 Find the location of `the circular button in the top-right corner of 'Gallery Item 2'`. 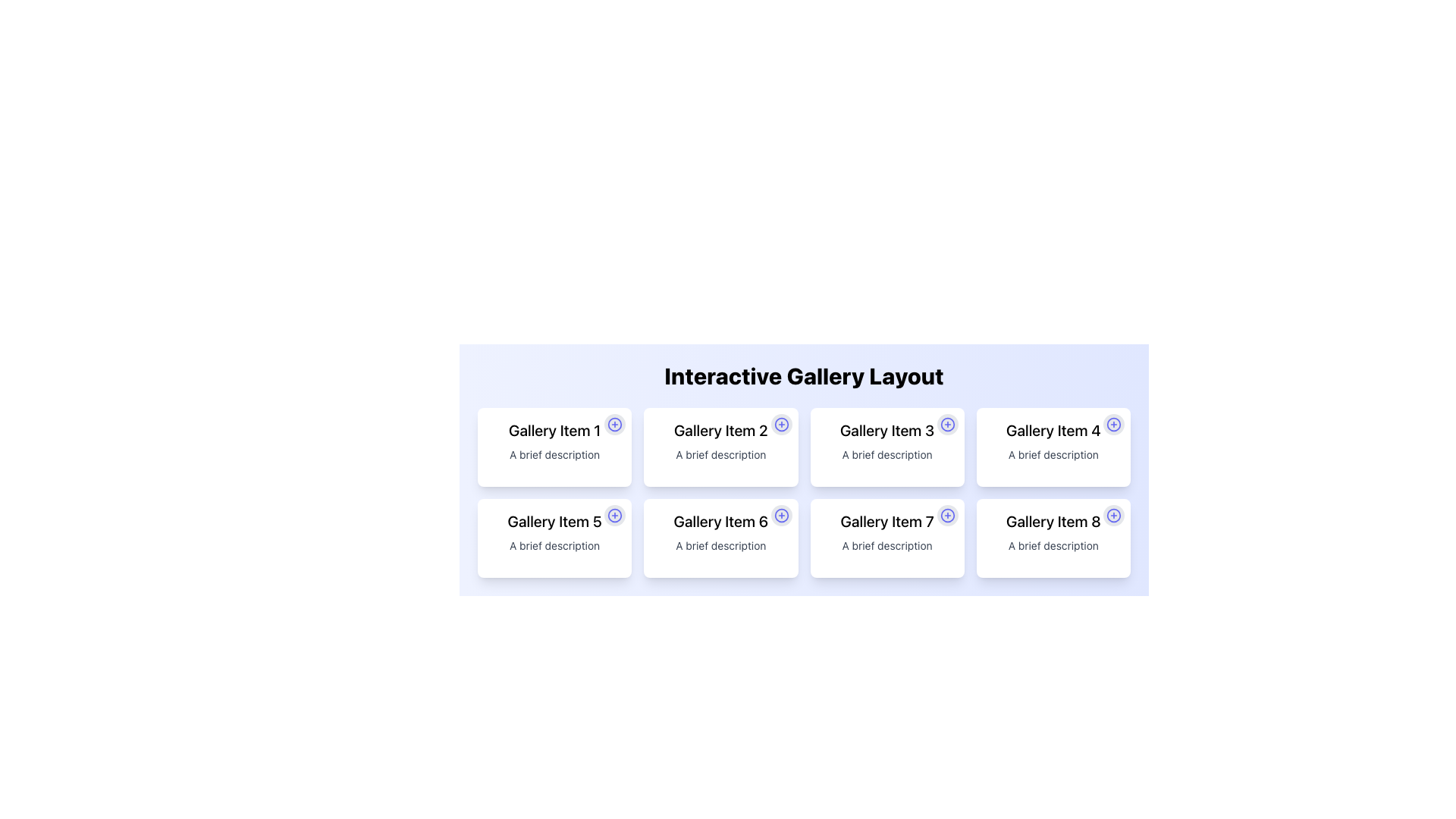

the circular button in the top-right corner of 'Gallery Item 2' is located at coordinates (781, 424).